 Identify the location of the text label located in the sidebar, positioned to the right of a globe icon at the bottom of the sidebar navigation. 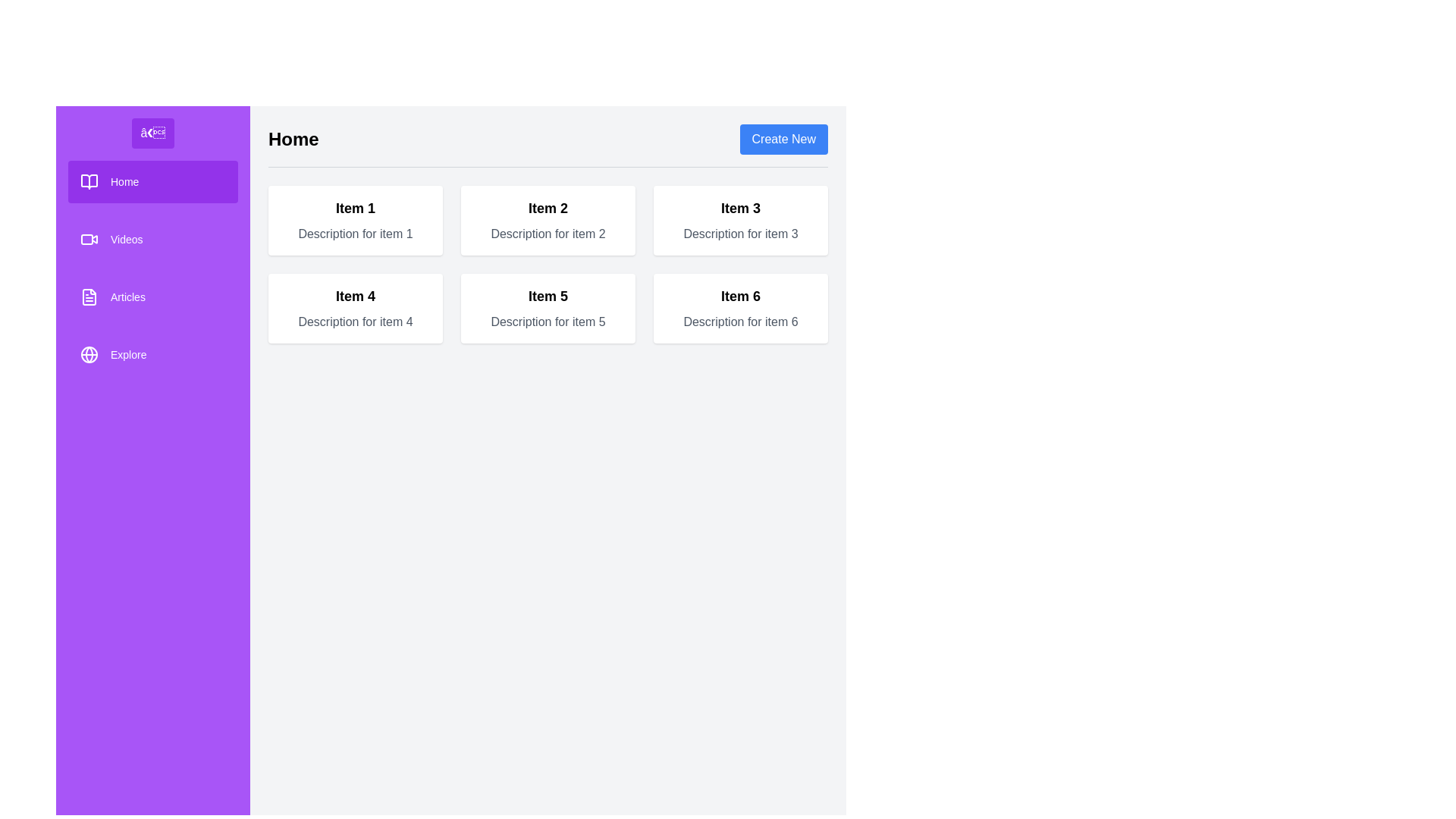
(128, 354).